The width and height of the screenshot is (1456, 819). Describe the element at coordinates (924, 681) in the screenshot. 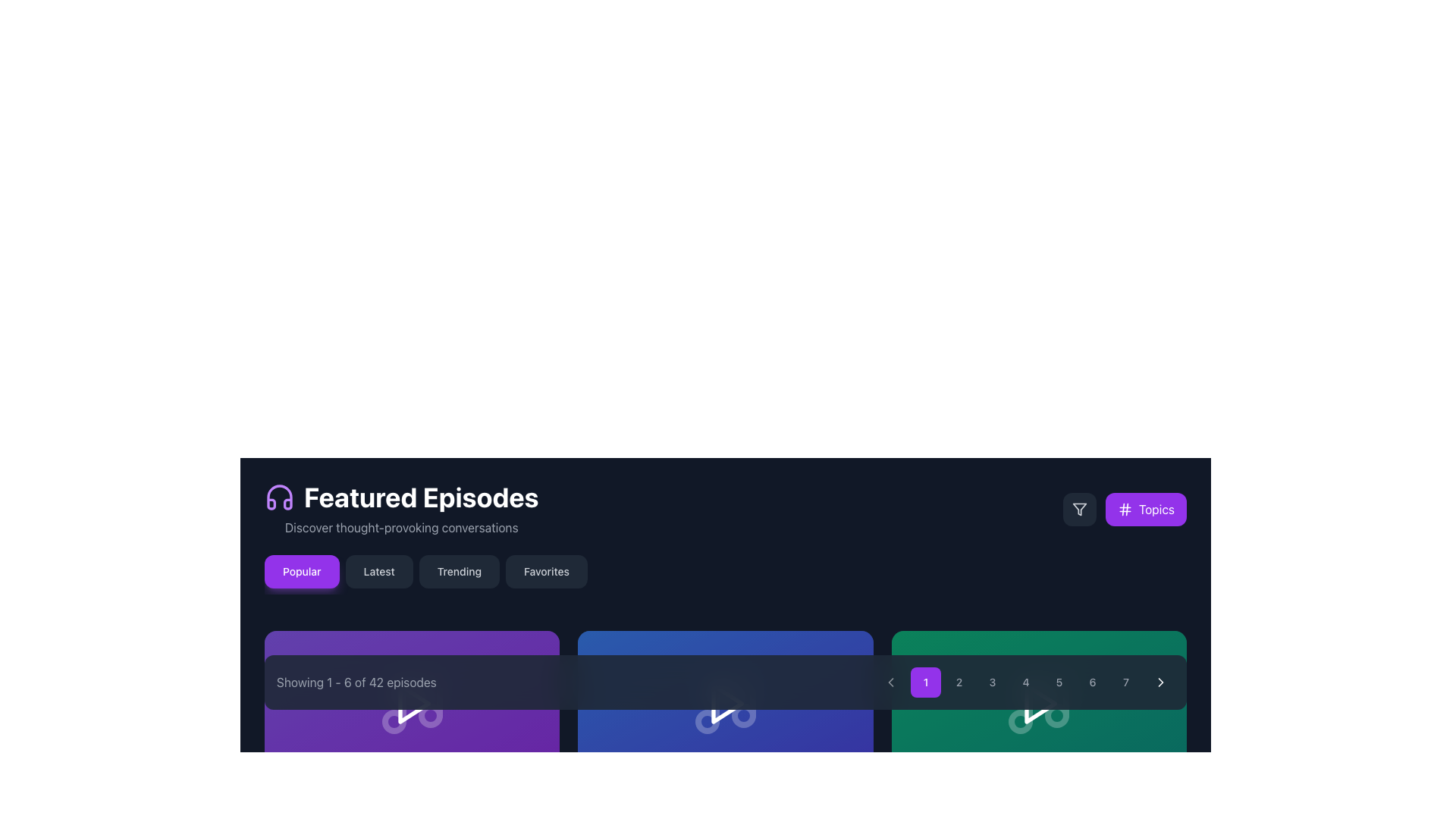

I see `the leftmost circular button with a purple background and white text '1'` at that location.